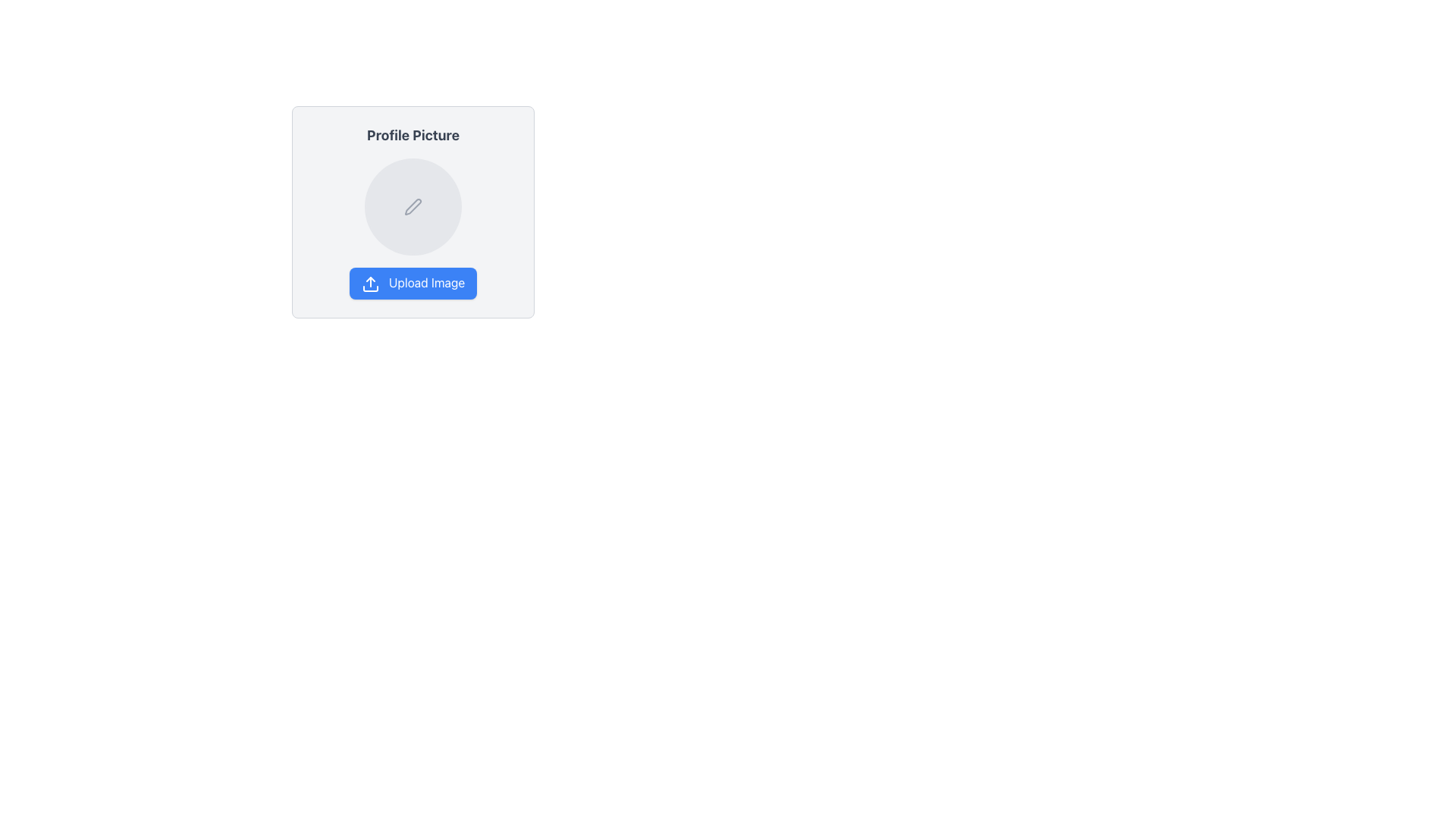 This screenshot has height=819, width=1456. I want to click on the image upload button located near the bottom center of the interface, so click(413, 283).